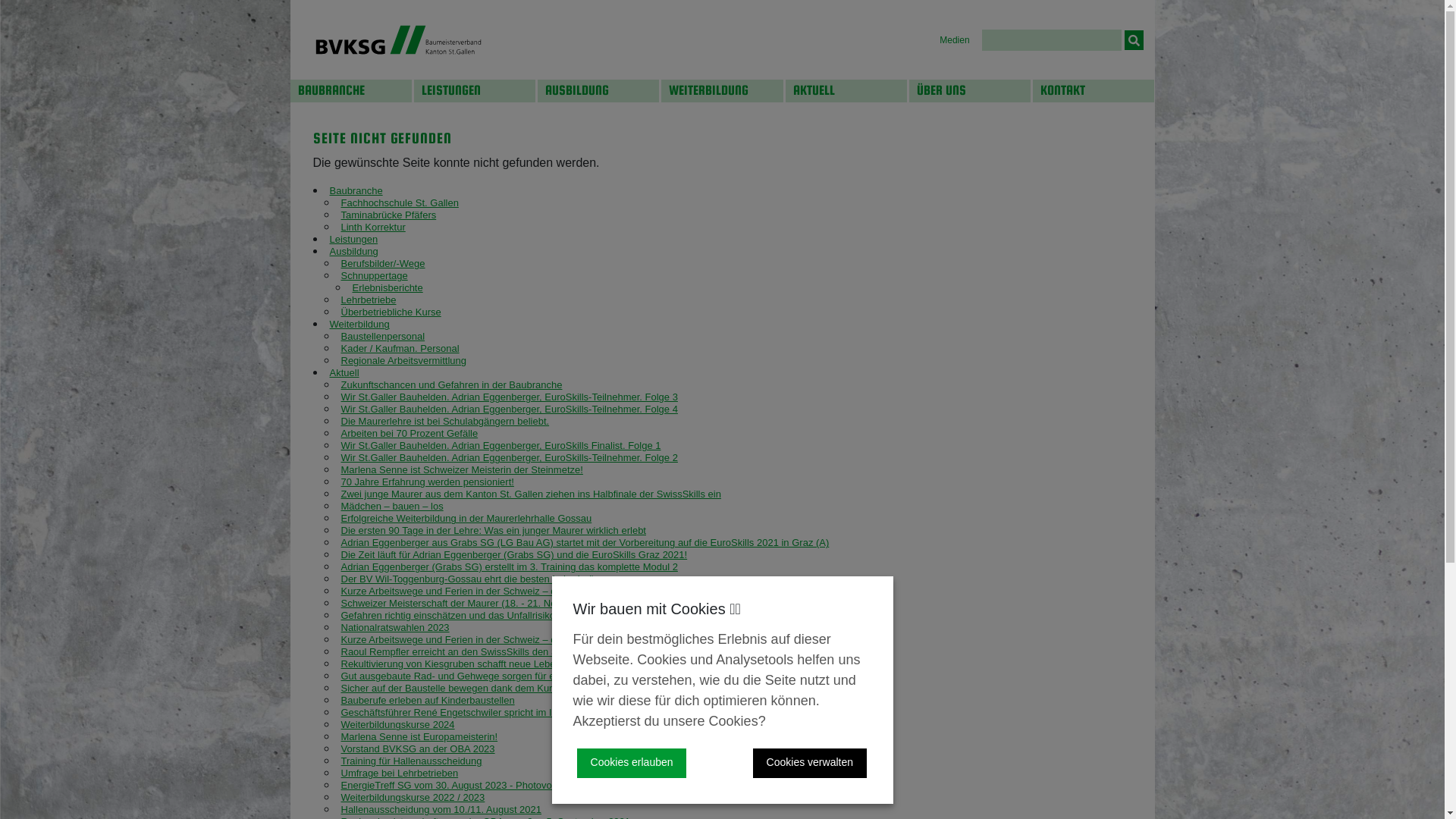 The width and height of the screenshot is (1456, 819). Describe the element at coordinates (387, 287) in the screenshot. I see `'Erlebnisberichte'` at that location.